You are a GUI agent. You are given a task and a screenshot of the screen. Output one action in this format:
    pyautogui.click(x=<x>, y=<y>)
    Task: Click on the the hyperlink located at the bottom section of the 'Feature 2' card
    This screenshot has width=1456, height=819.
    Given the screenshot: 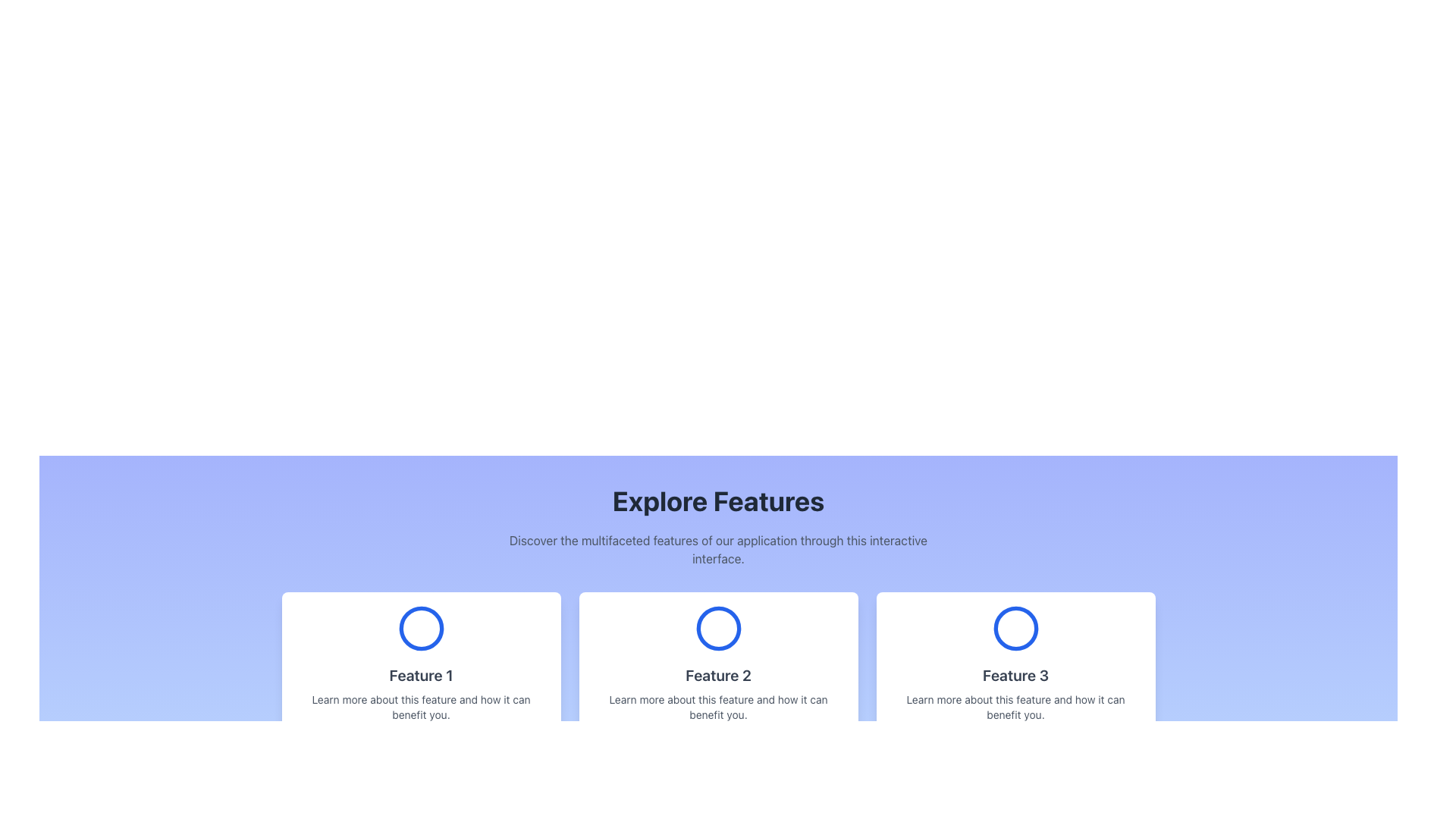 What is the action you would take?
    pyautogui.click(x=717, y=742)
    